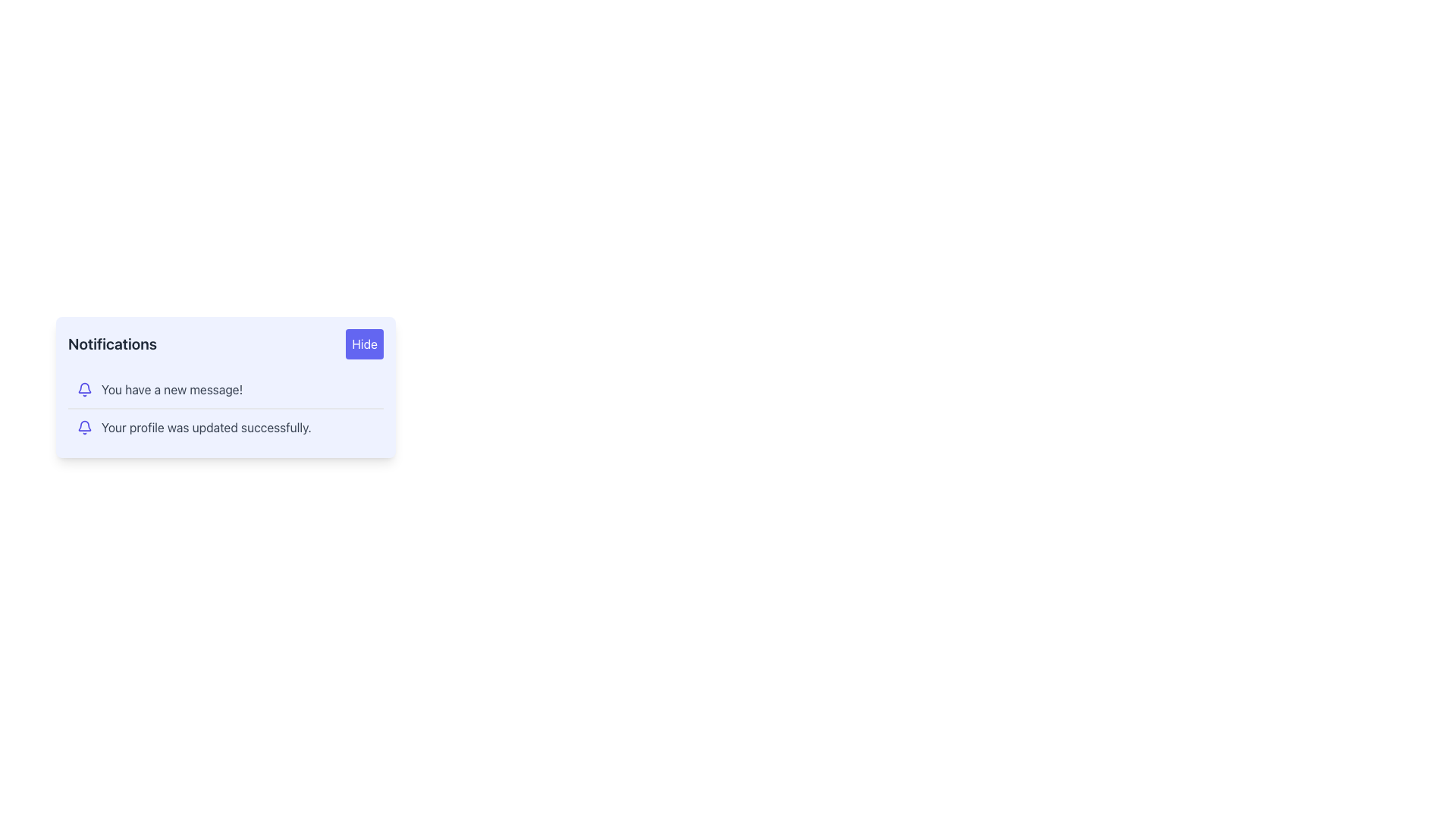 The image size is (1456, 819). What do you see at coordinates (224, 427) in the screenshot?
I see `the second notification message indicating a successful profile update, located below the 'You have a new message!' notification` at bounding box center [224, 427].